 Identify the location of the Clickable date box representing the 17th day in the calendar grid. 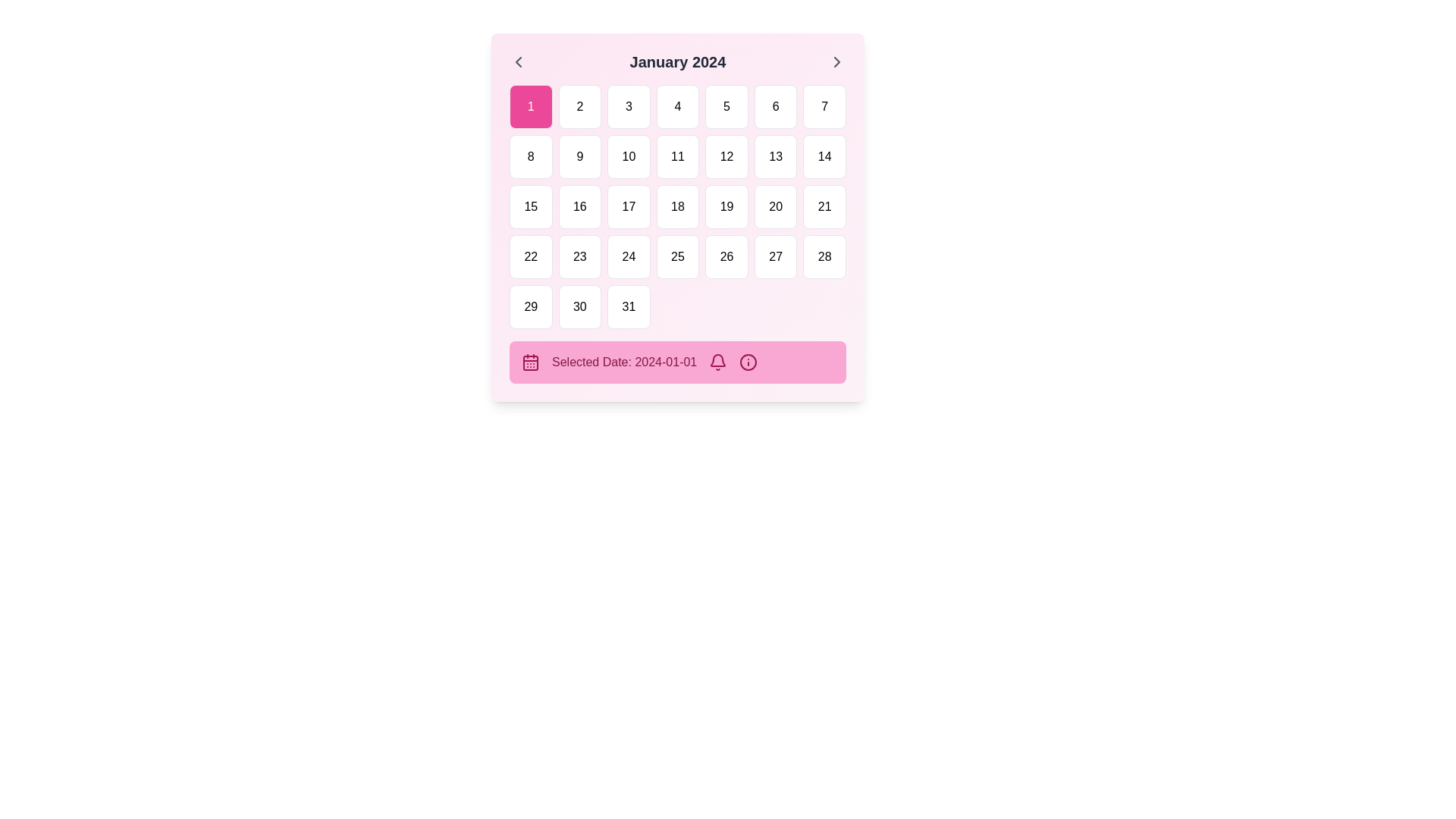
(629, 207).